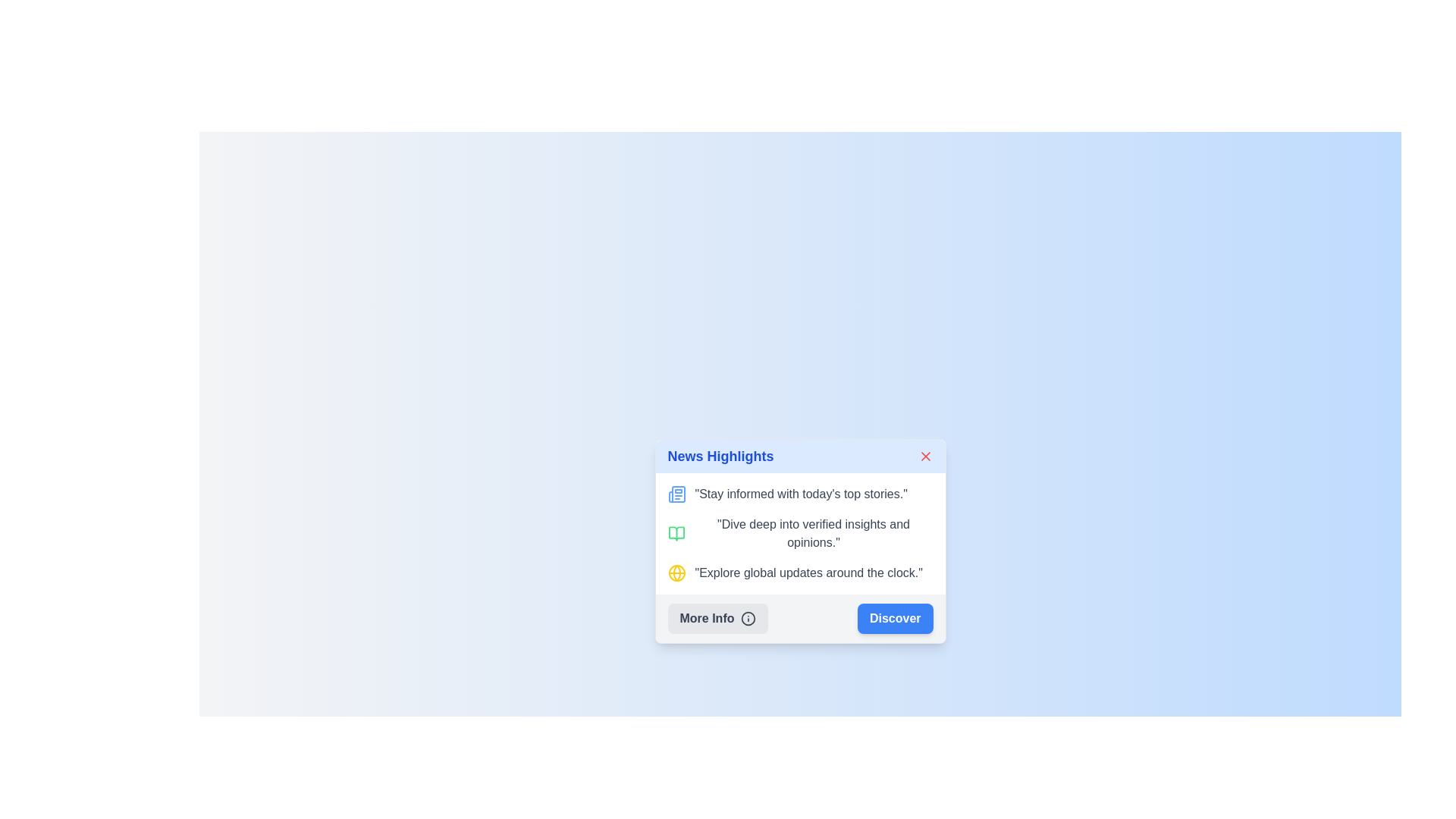 The width and height of the screenshot is (1456, 819). What do you see at coordinates (799, 494) in the screenshot?
I see `the first informational list item with the text 'Stay informed with today’s top stories.' and a blue newspaper icon, located under the 'News Highlights' title` at bounding box center [799, 494].